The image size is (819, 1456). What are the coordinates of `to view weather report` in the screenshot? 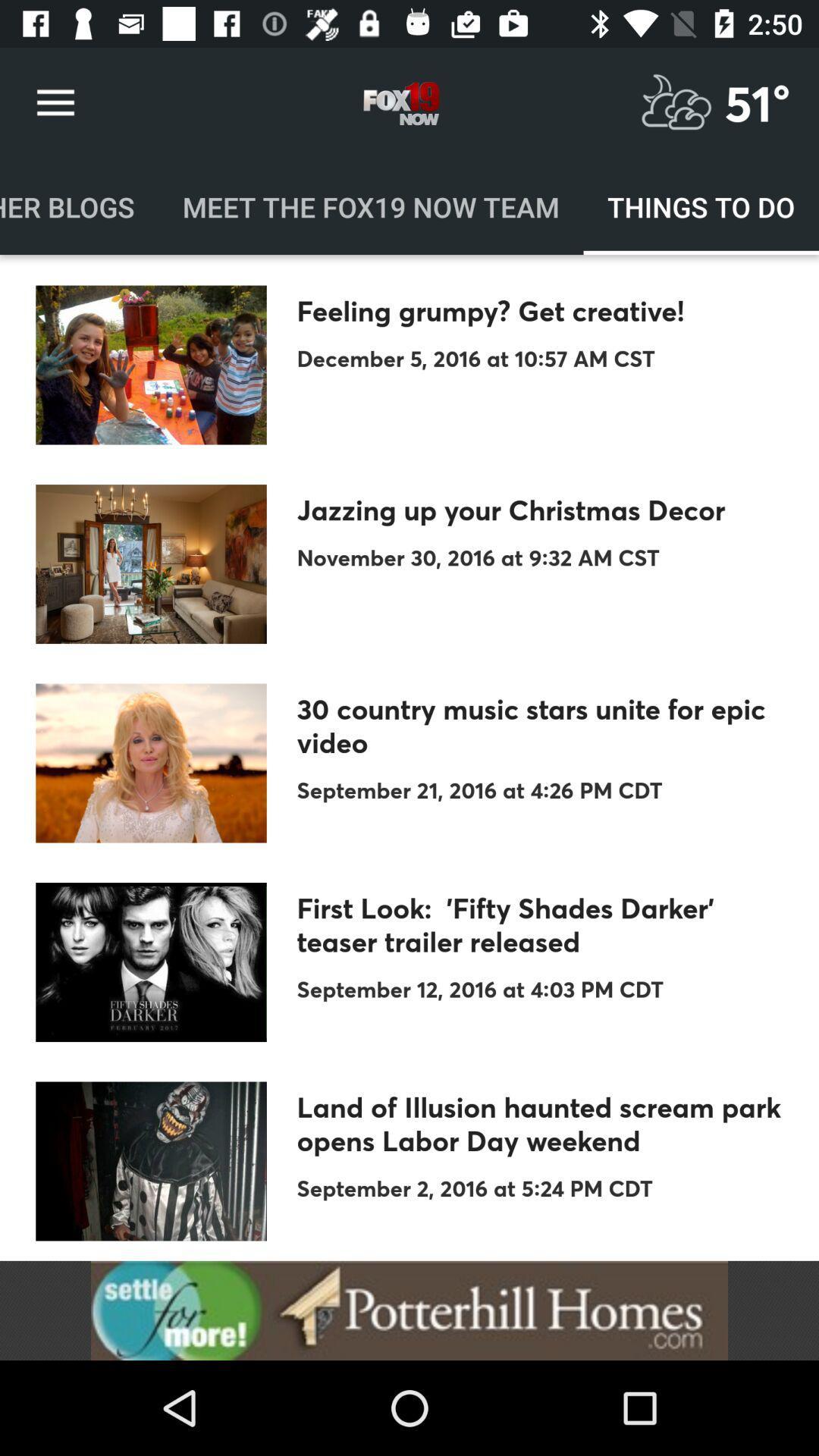 It's located at (676, 102).